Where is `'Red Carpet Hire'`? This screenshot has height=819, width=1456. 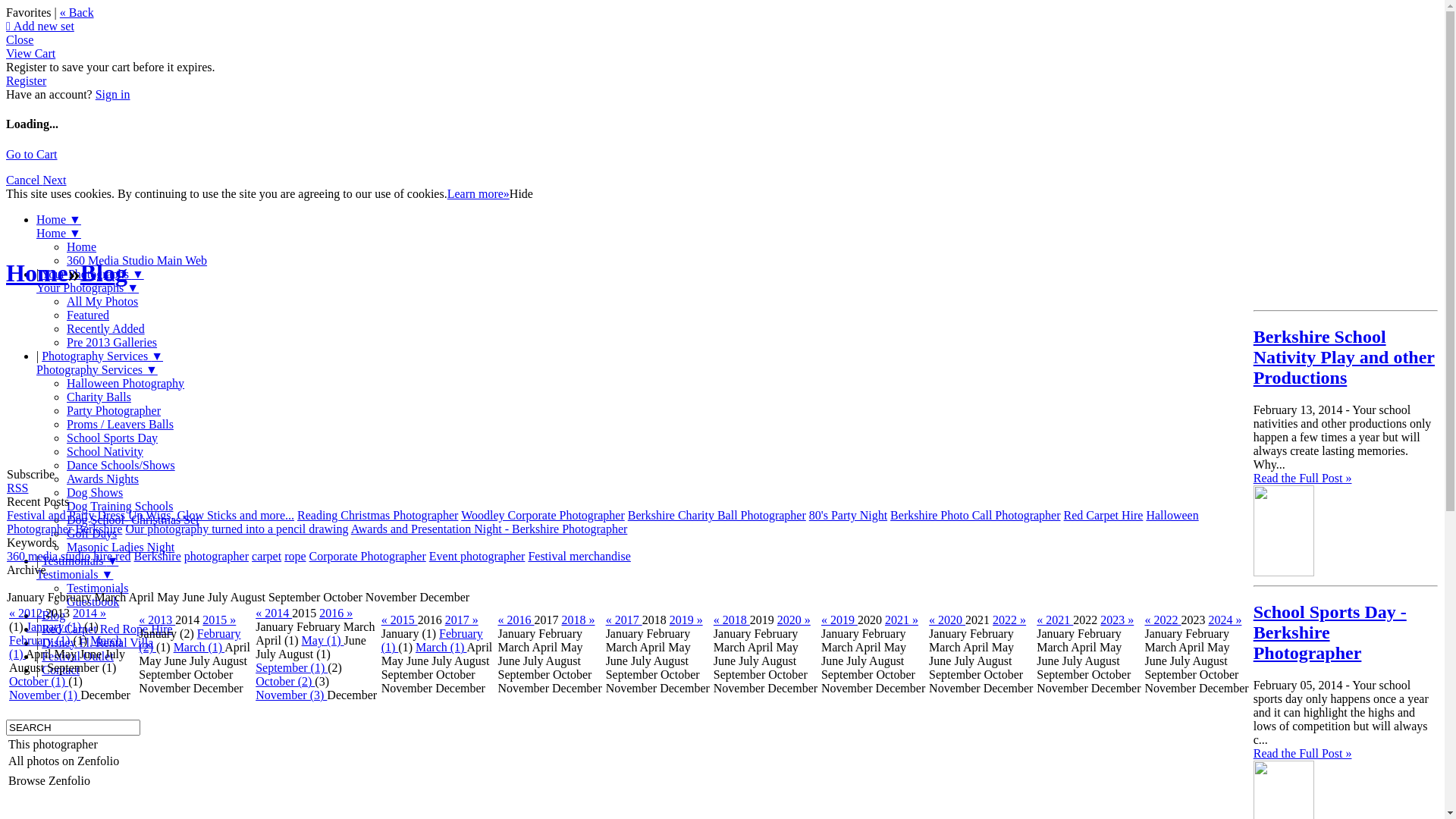
'Red Carpet Hire' is located at coordinates (1062, 514).